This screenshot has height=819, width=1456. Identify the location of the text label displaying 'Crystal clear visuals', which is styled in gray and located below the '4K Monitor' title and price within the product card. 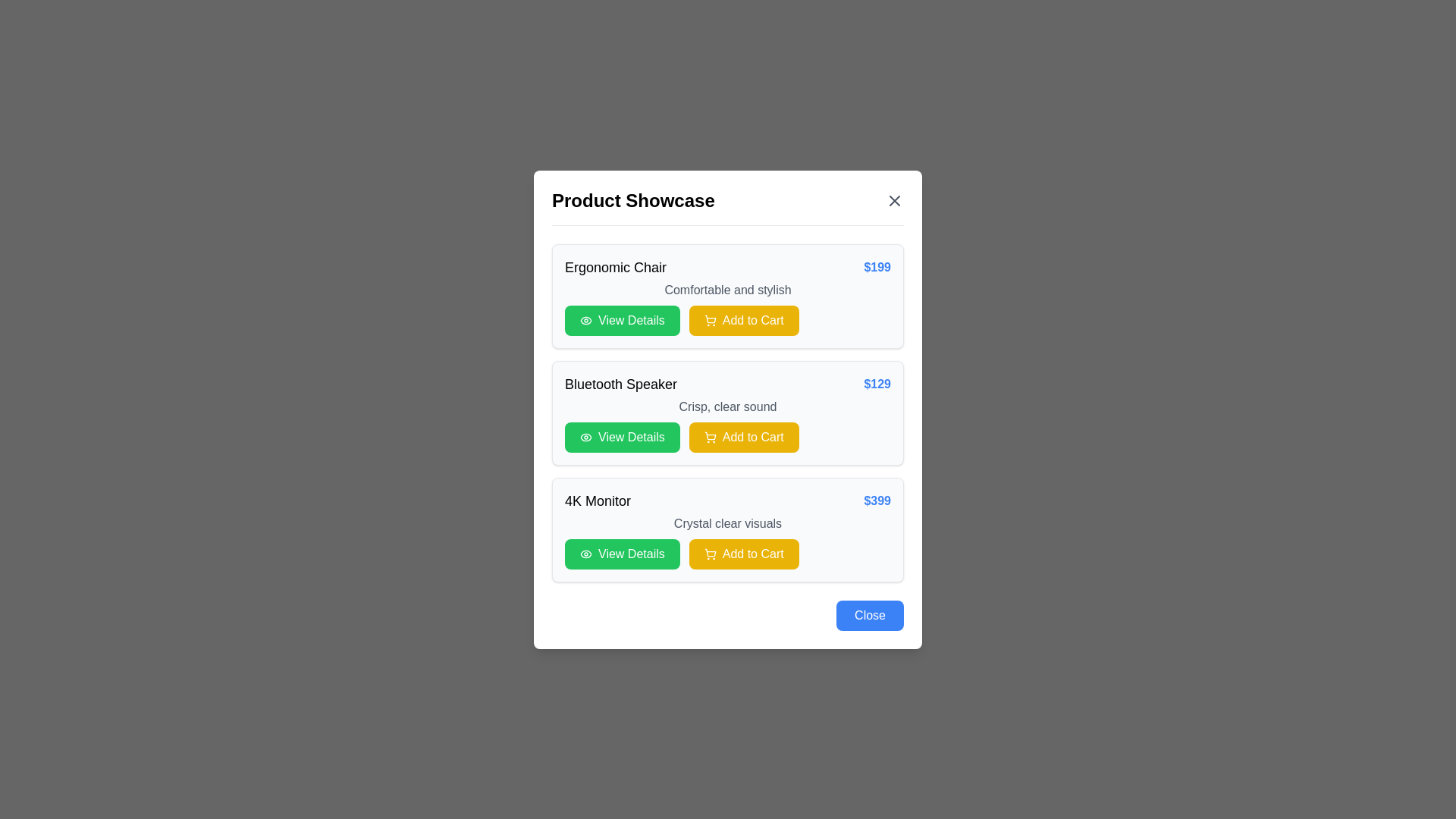
(728, 522).